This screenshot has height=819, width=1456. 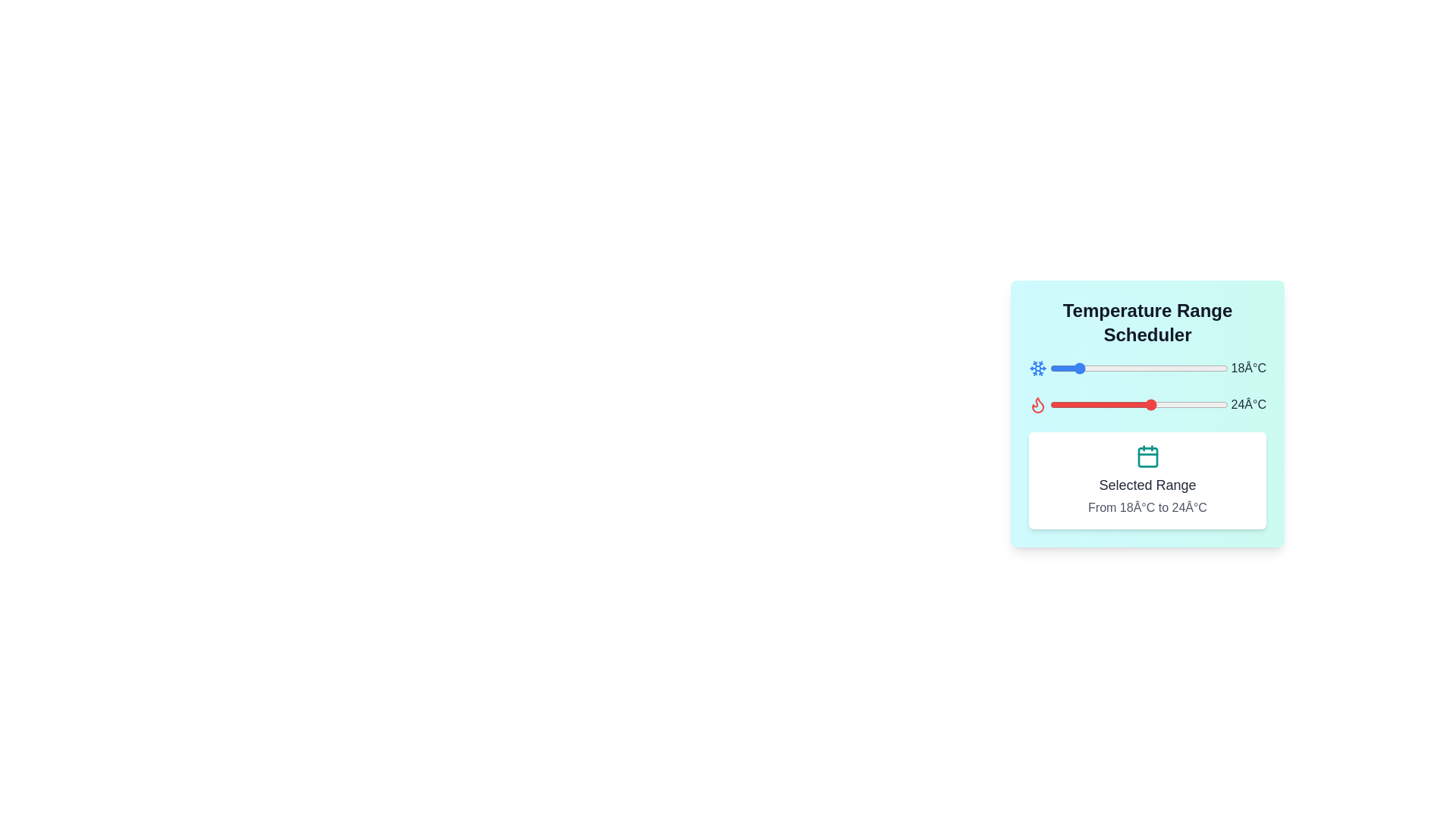 I want to click on the Informational panel that displays the currently selected temperature range, located at the bottom section of the 'Temperature Range Scheduler' panel, so click(x=1147, y=480).